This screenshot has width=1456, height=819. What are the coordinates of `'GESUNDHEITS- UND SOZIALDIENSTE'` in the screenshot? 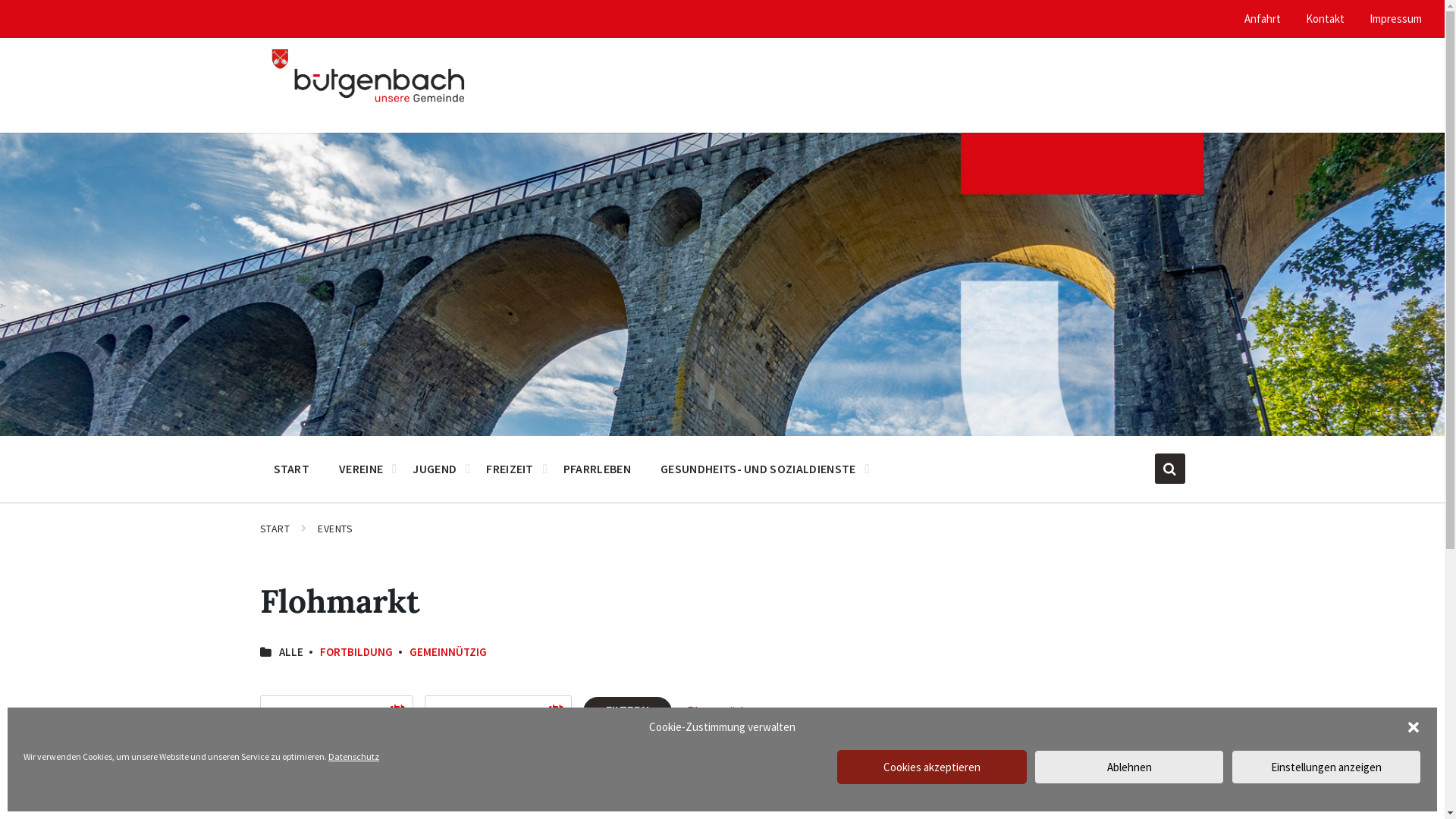 It's located at (758, 467).